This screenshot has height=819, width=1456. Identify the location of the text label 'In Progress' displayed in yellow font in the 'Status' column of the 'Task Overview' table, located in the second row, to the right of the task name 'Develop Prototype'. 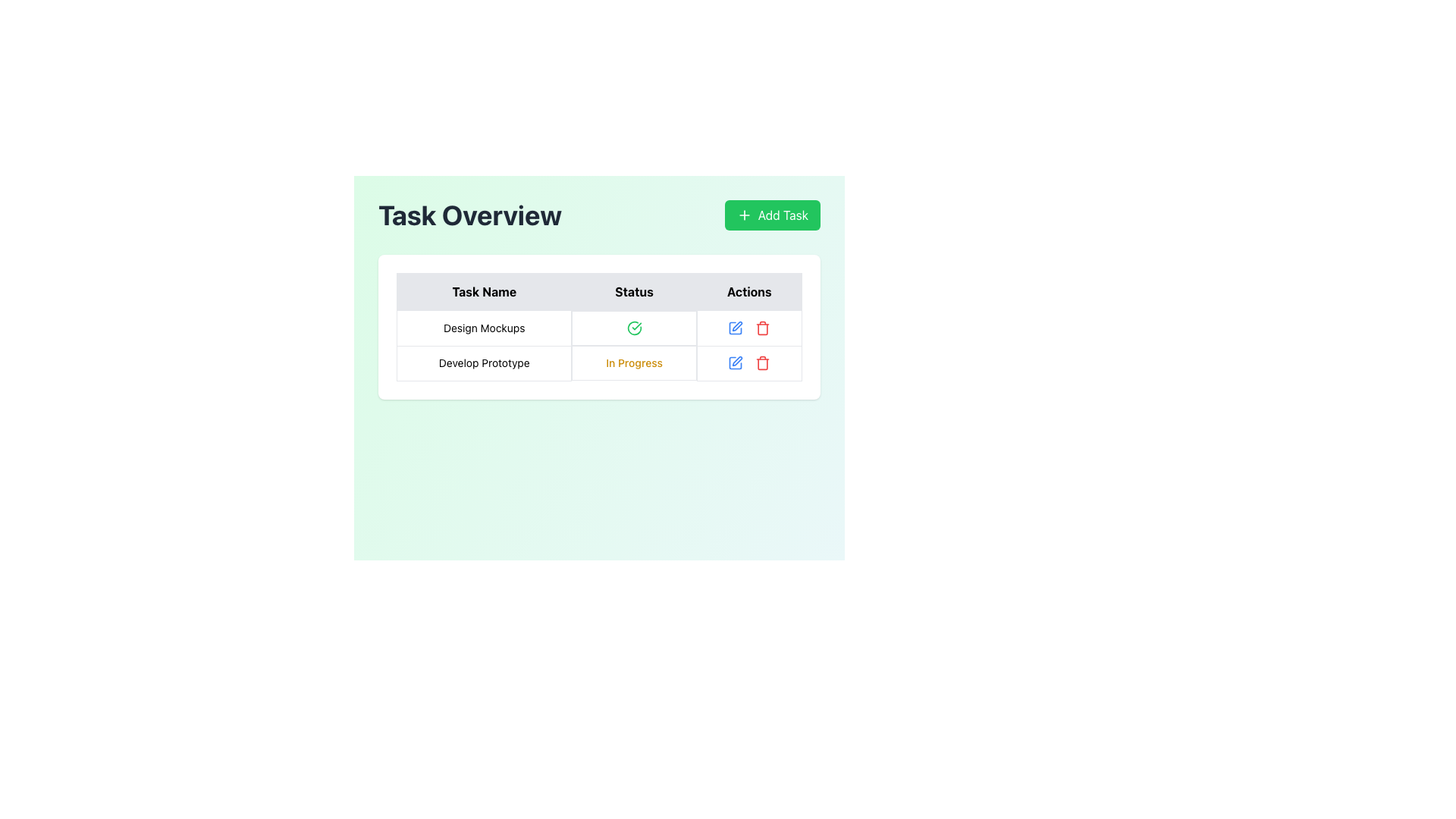
(634, 362).